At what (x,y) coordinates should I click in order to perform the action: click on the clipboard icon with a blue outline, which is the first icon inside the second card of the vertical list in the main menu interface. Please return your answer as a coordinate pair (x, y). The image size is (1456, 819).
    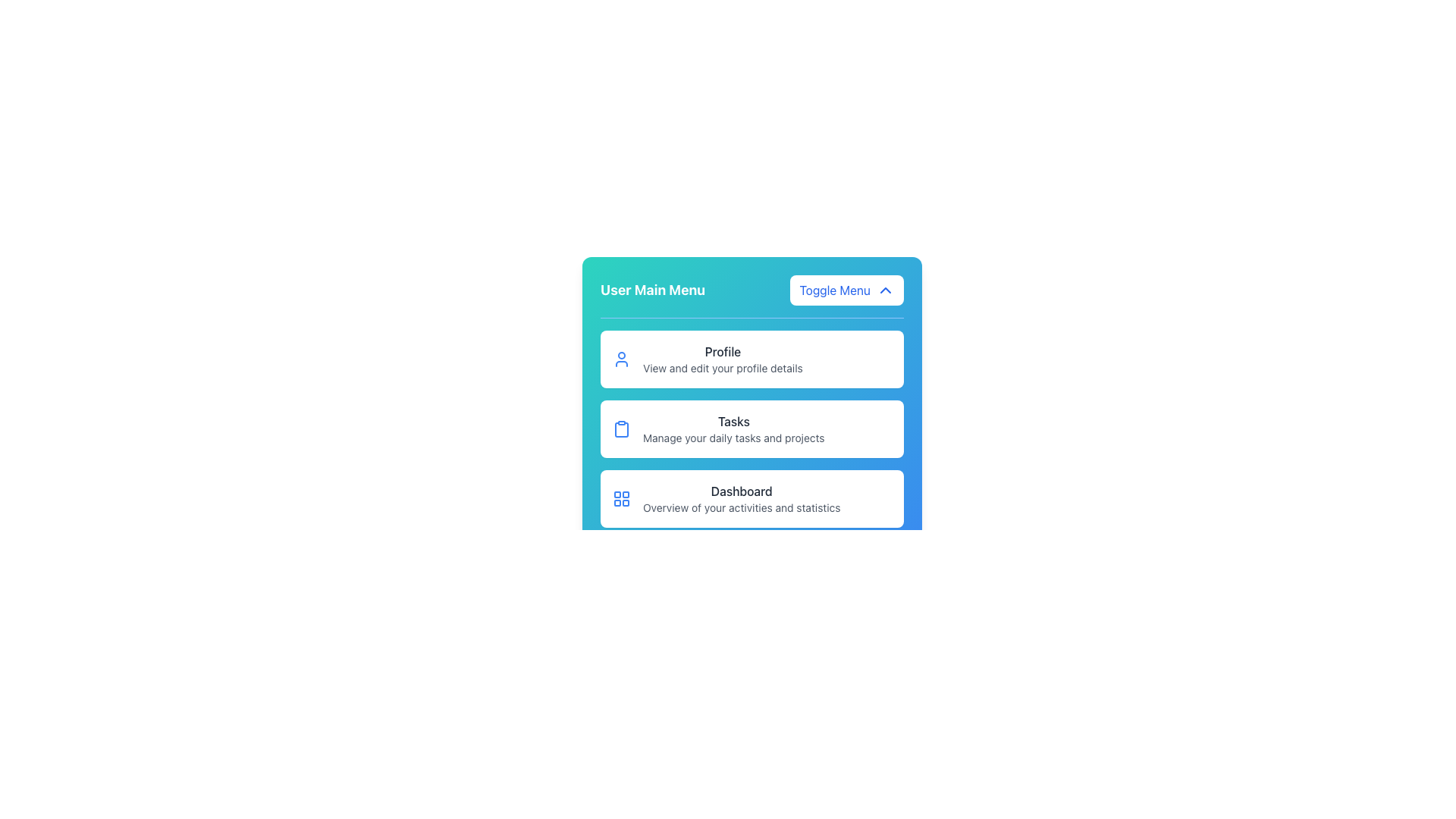
    Looking at the image, I should click on (622, 429).